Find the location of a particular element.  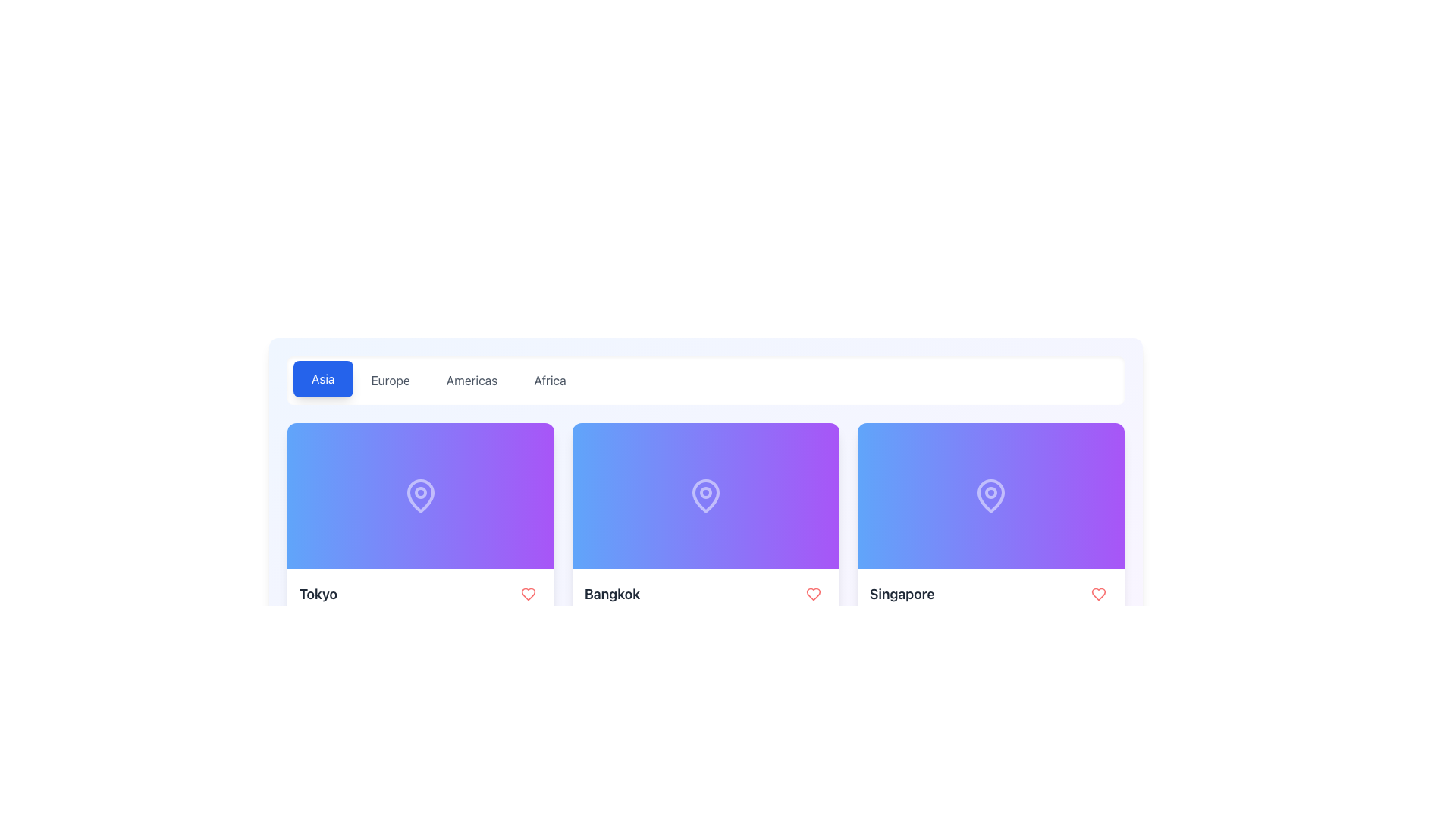

the SVG icon representation of a map pin located under the 'Tokyo' label on the first card in the row is located at coordinates (421, 496).